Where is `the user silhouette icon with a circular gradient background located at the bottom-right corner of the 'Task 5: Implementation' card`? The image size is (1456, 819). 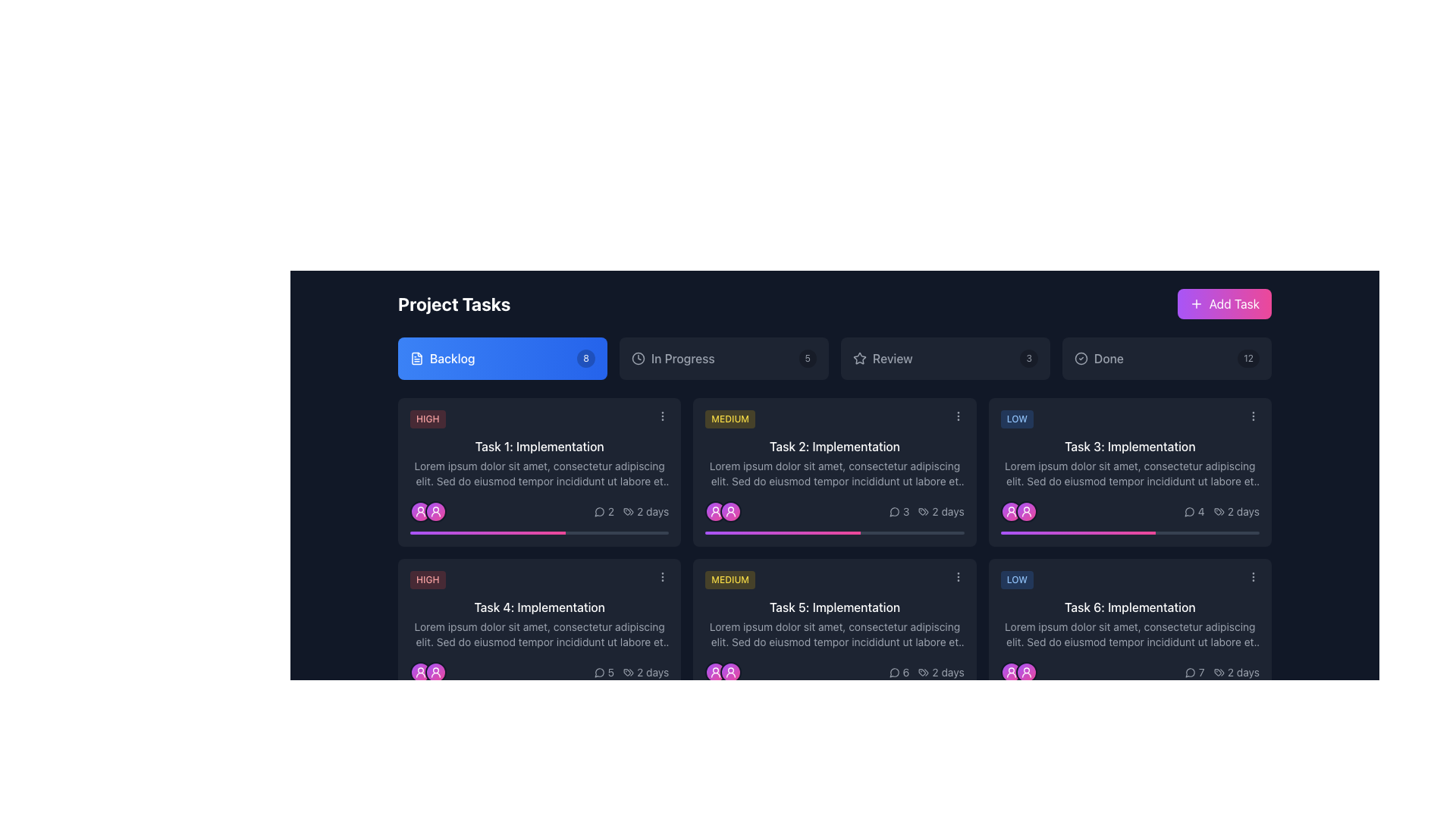
the user silhouette icon with a circular gradient background located at the bottom-right corner of the 'Task 5: Implementation' card is located at coordinates (731, 672).